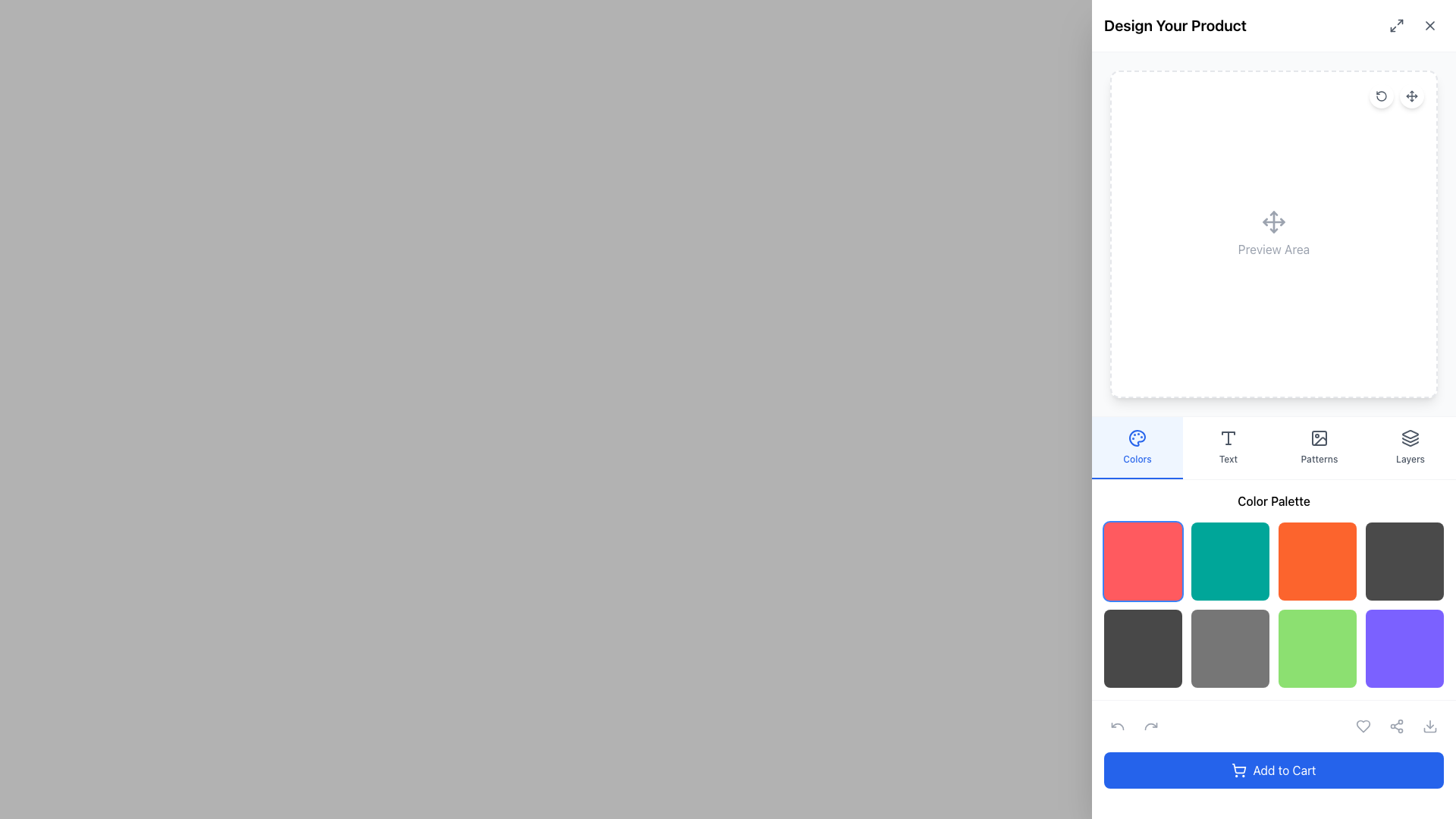 The width and height of the screenshot is (1456, 819). What do you see at coordinates (1318, 447) in the screenshot?
I see `the 'Patterns' button, which is the third button in a horizontal group of four options ('Colors', 'Text', 'Patterns', 'Layers')` at bounding box center [1318, 447].